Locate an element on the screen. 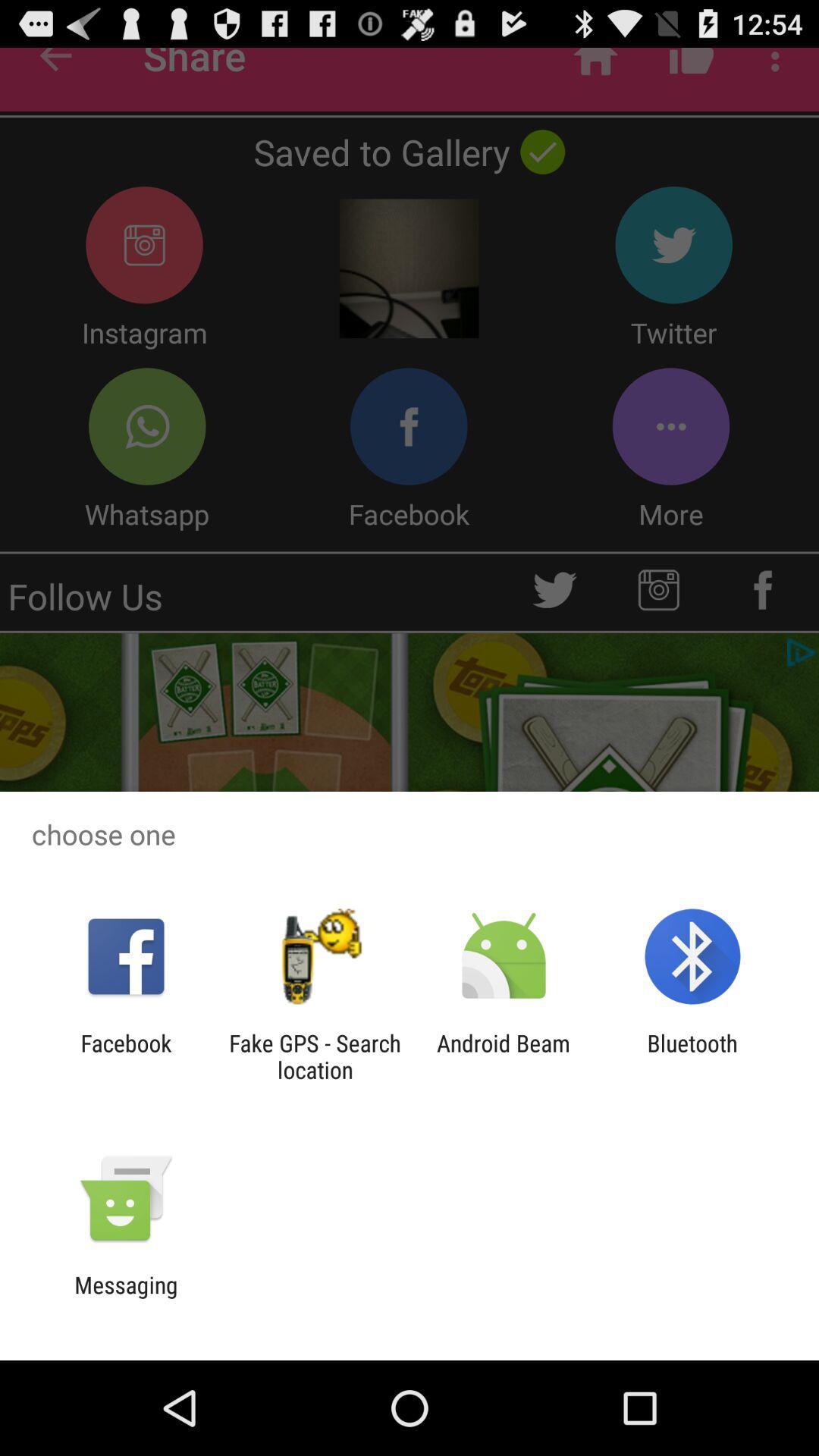  item next to the fake gps search app is located at coordinates (504, 1056).